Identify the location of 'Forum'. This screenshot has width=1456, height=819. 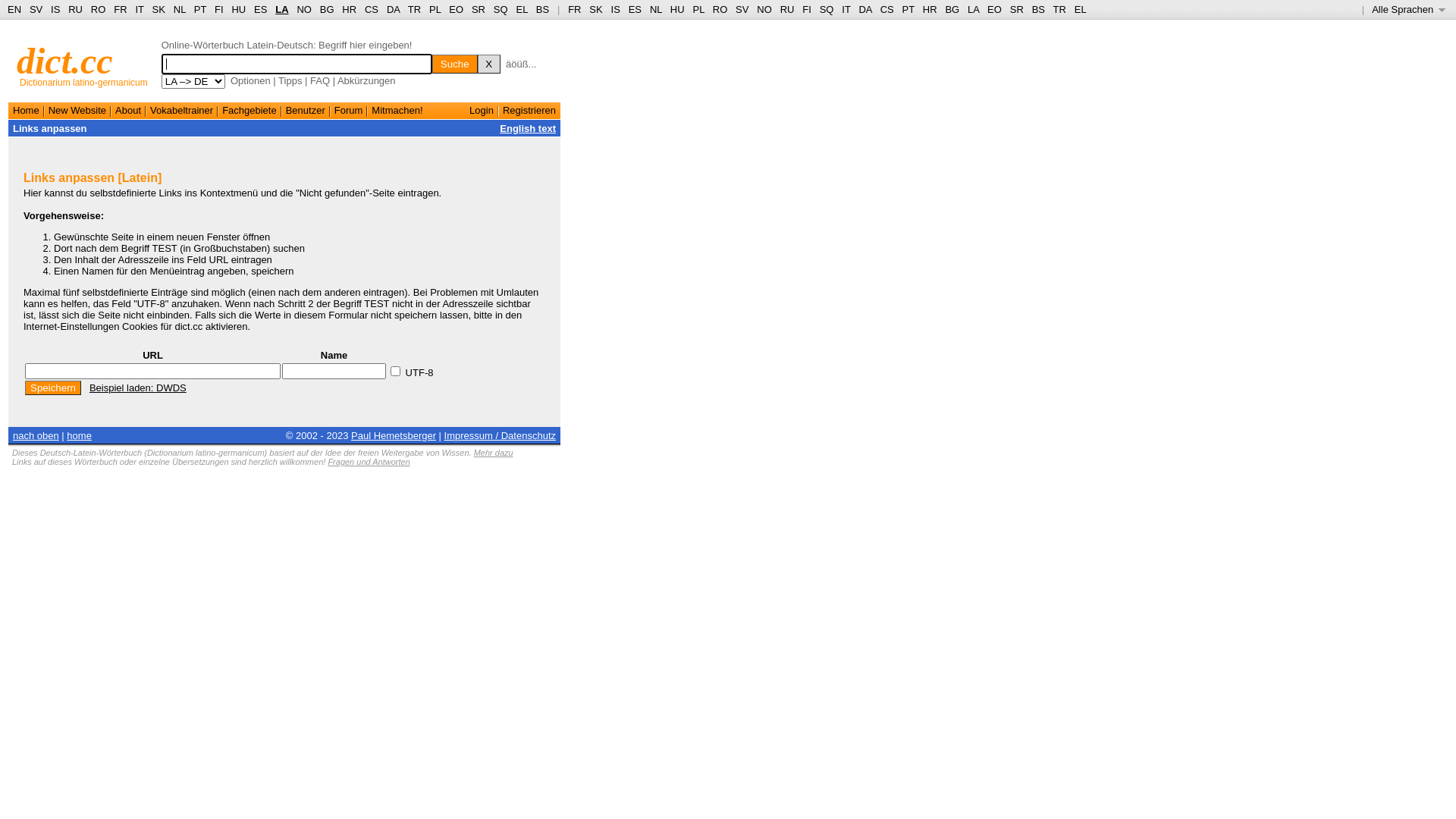
(348, 109).